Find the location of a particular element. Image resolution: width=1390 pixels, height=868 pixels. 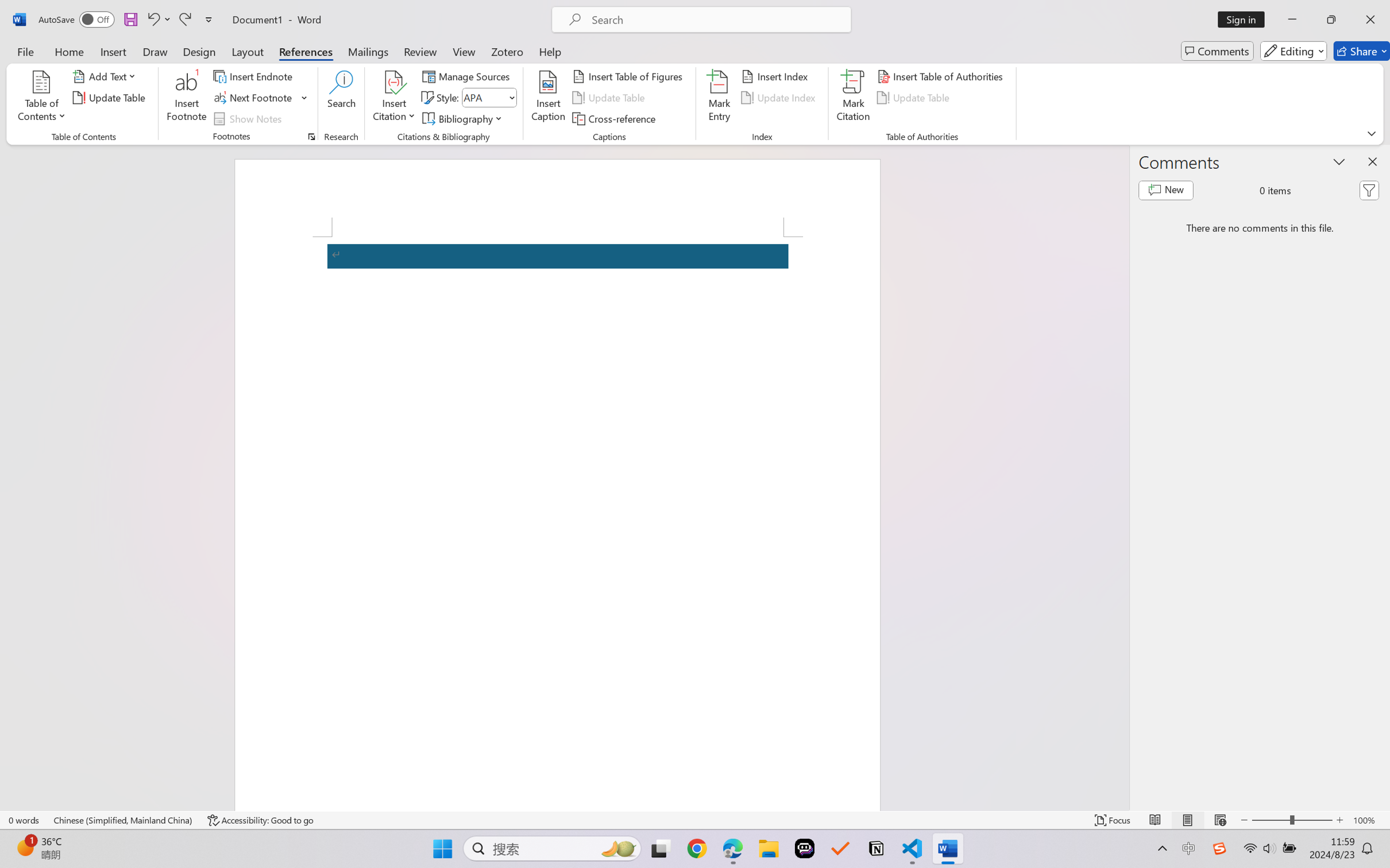

'Show Notes' is located at coordinates (249, 119).